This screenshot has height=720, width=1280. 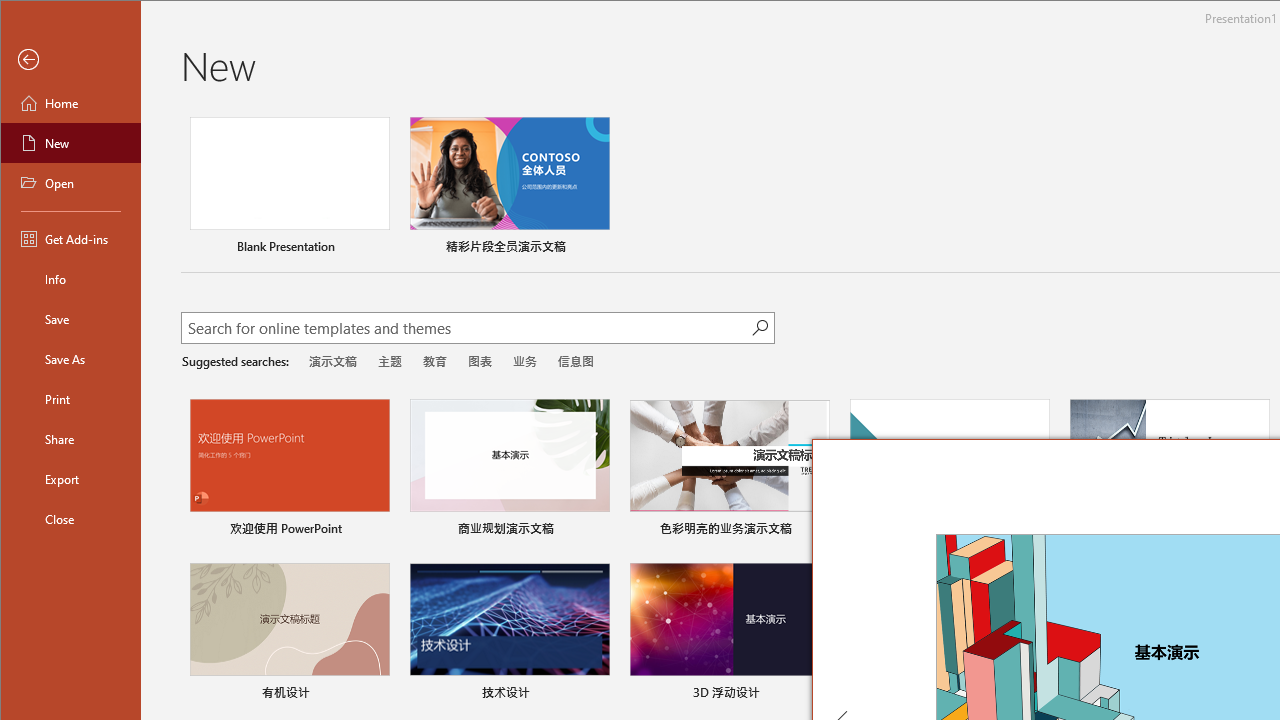 What do you see at coordinates (759, 326) in the screenshot?
I see `'Start searching'` at bounding box center [759, 326].